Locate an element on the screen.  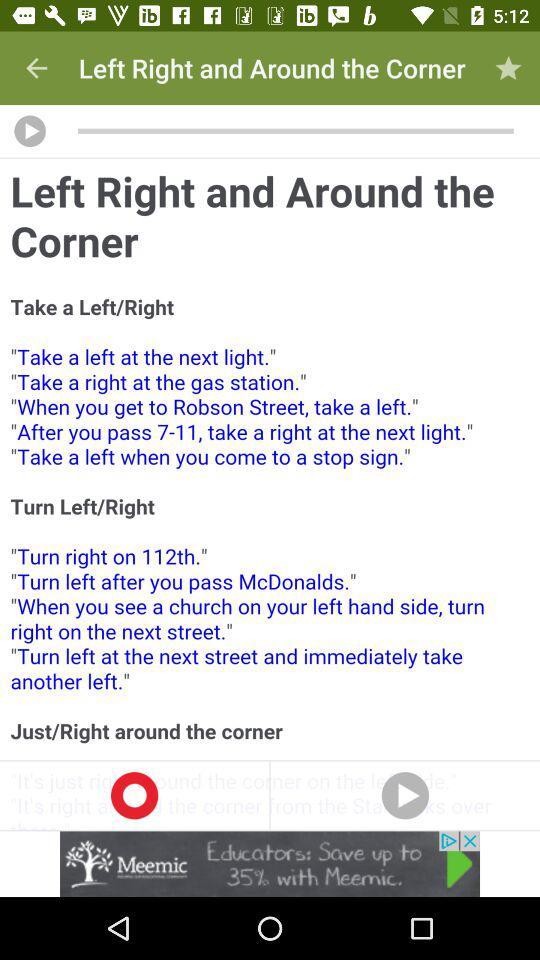
the explore icon is located at coordinates (134, 795).